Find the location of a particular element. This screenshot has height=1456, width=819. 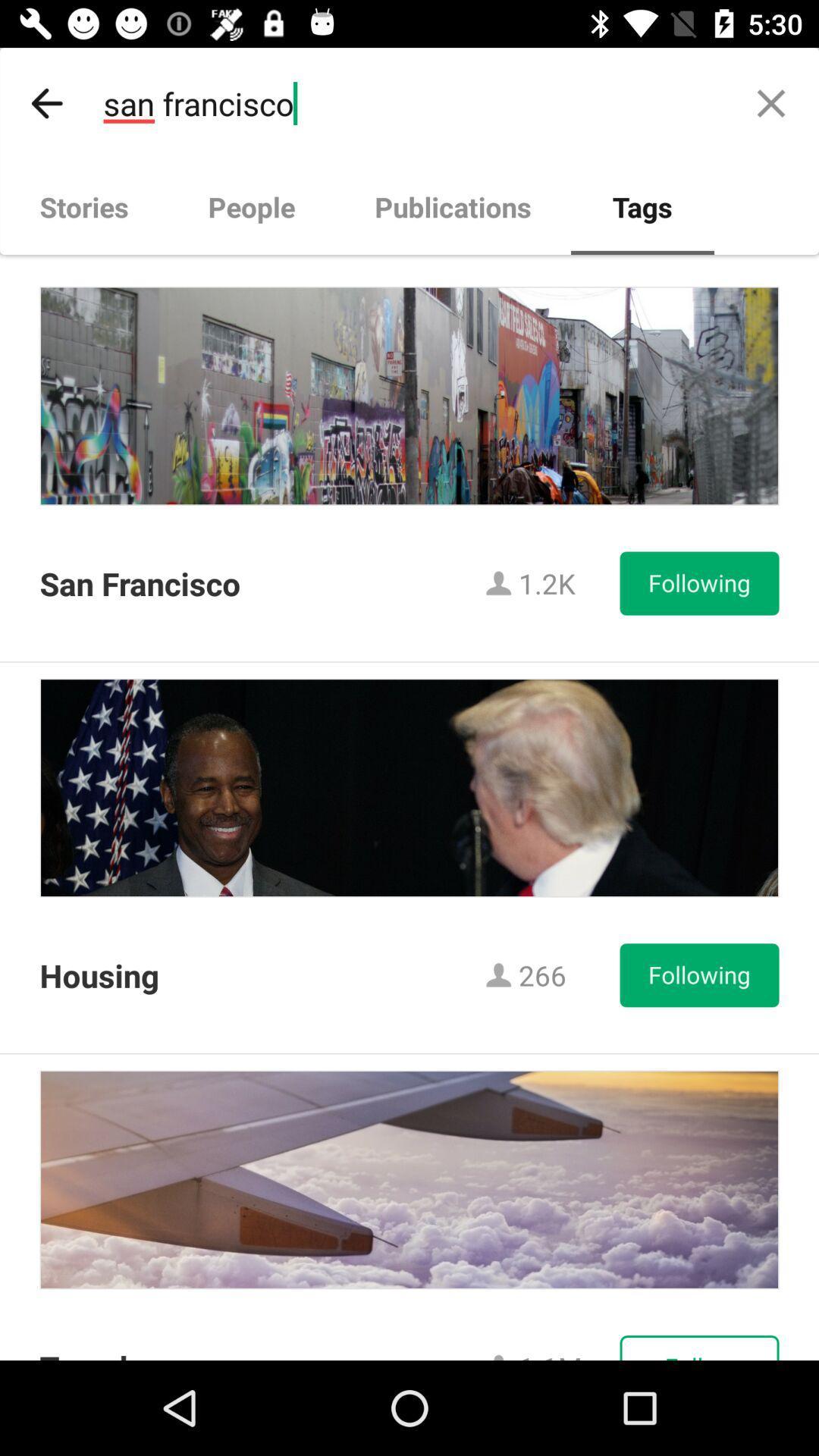

item next to san francisco item is located at coordinates (46, 102).